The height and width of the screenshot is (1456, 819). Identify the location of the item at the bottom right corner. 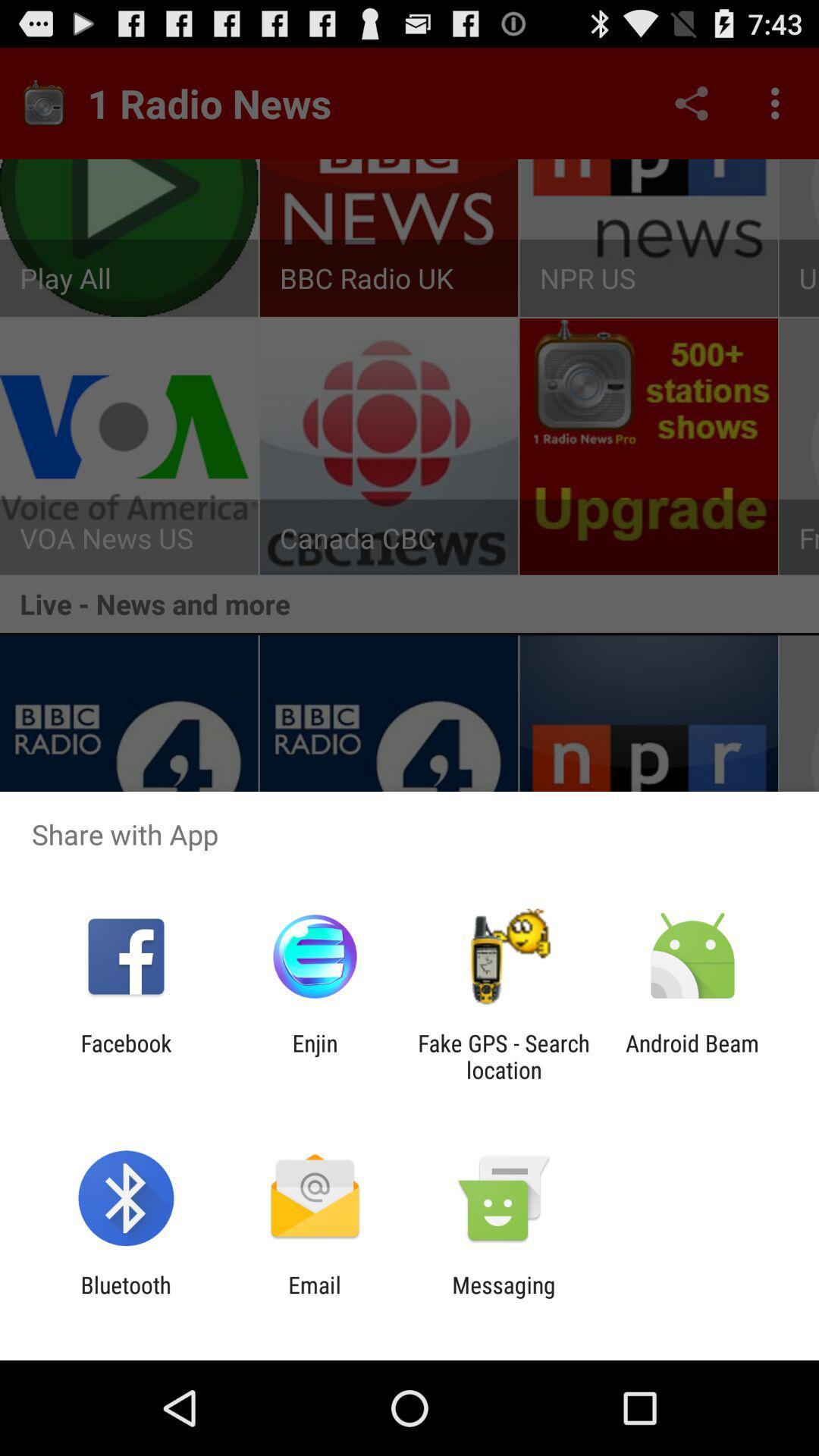
(692, 1056).